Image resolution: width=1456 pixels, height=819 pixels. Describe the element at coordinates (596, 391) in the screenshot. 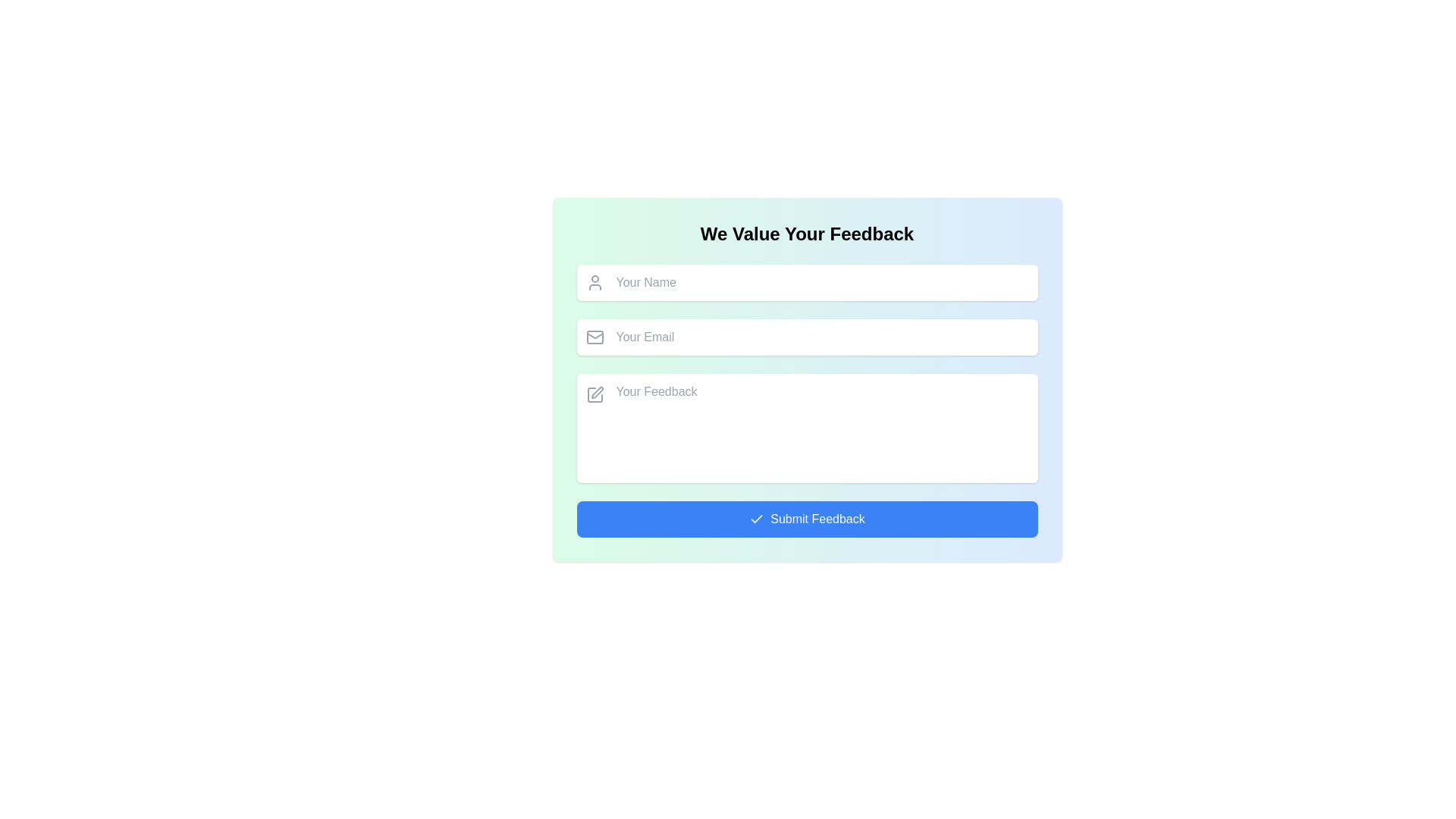

I see `the icon for editing or writing feedback in the 'Your Feedback' input field, which is positioned to the left side of the input box` at that location.